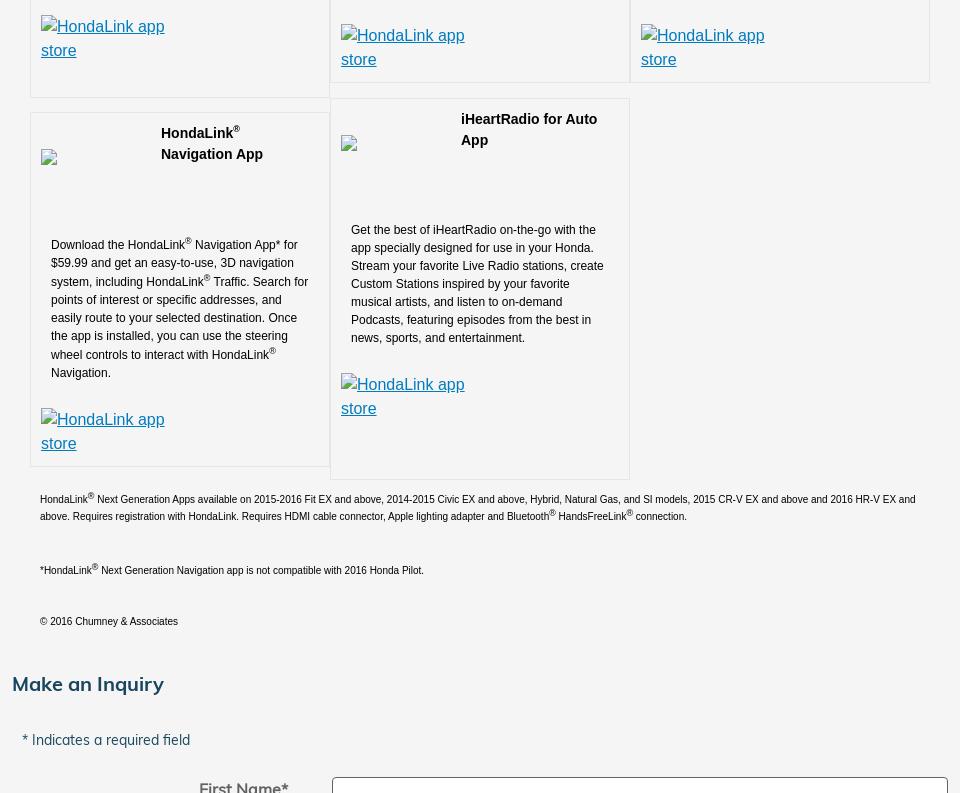 The height and width of the screenshot is (793, 960). Describe the element at coordinates (105, 737) in the screenshot. I see `'* Indicates a required field'` at that location.